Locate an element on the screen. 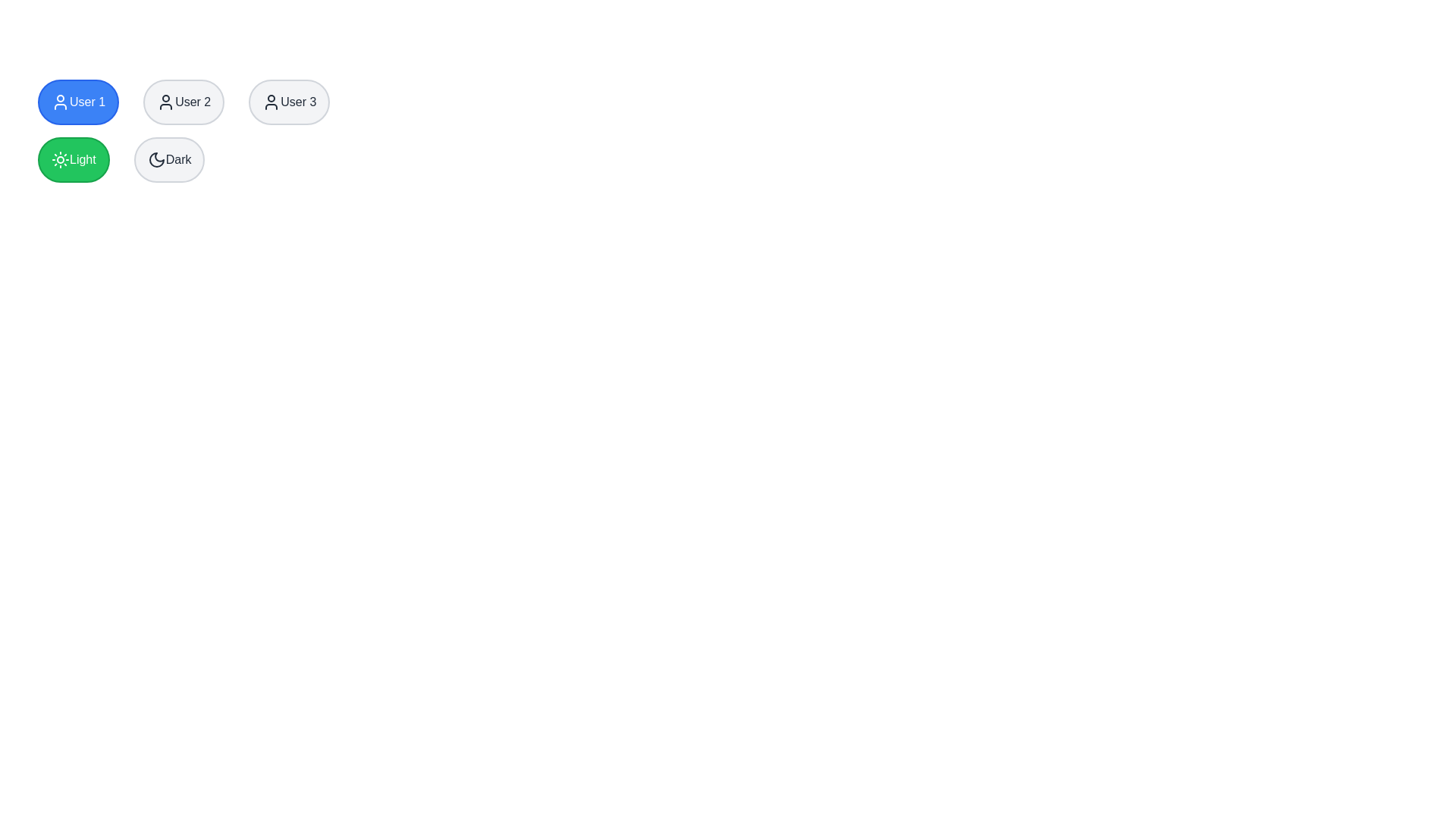 Image resolution: width=1456 pixels, height=819 pixels. the appearance of the stylized sun icon located centrally within the green rounded rectangular button labeled 'Light' is located at coordinates (61, 160).